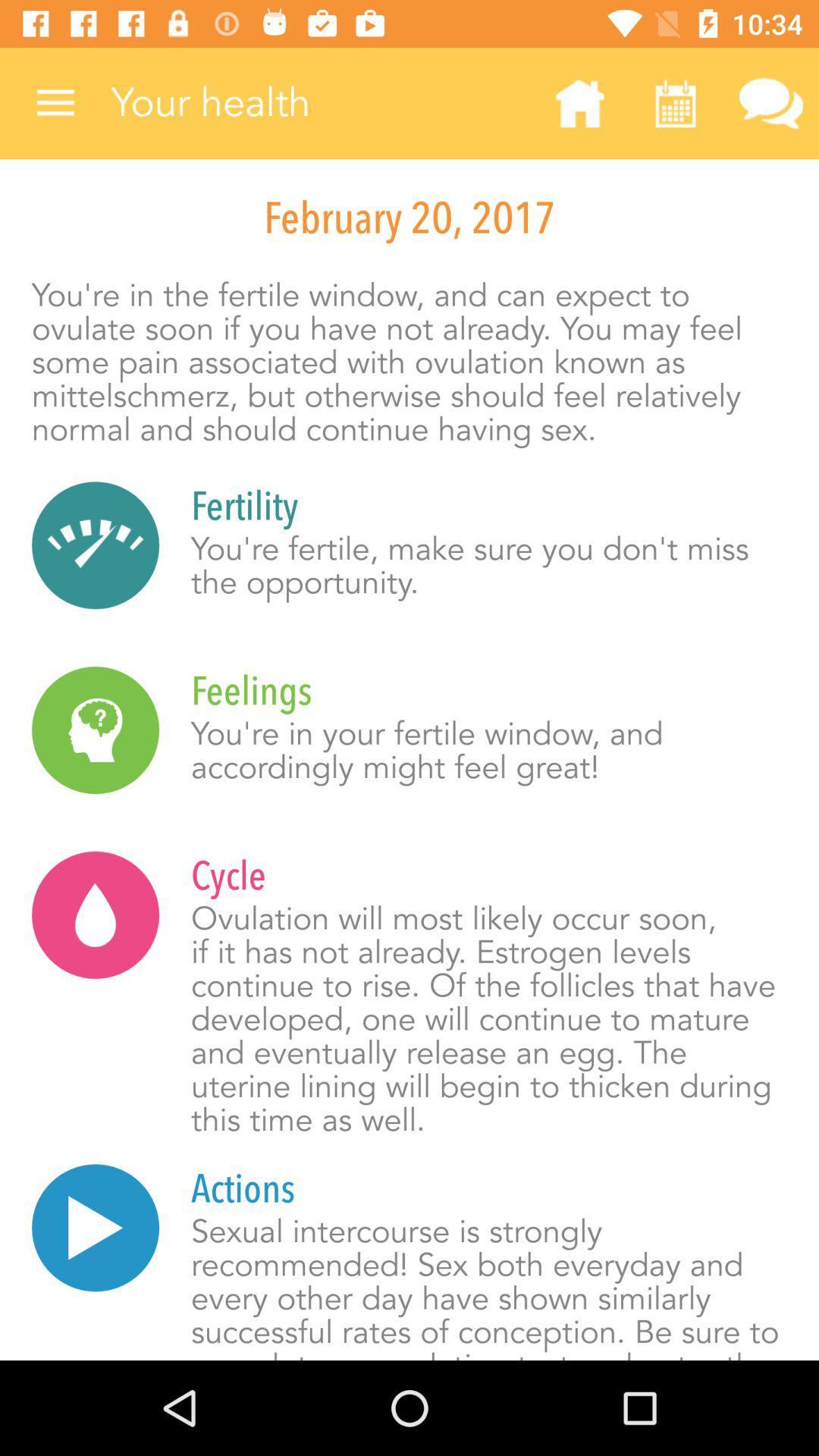 The image size is (819, 1456). I want to click on the item above february 20, 2017 icon, so click(675, 102).